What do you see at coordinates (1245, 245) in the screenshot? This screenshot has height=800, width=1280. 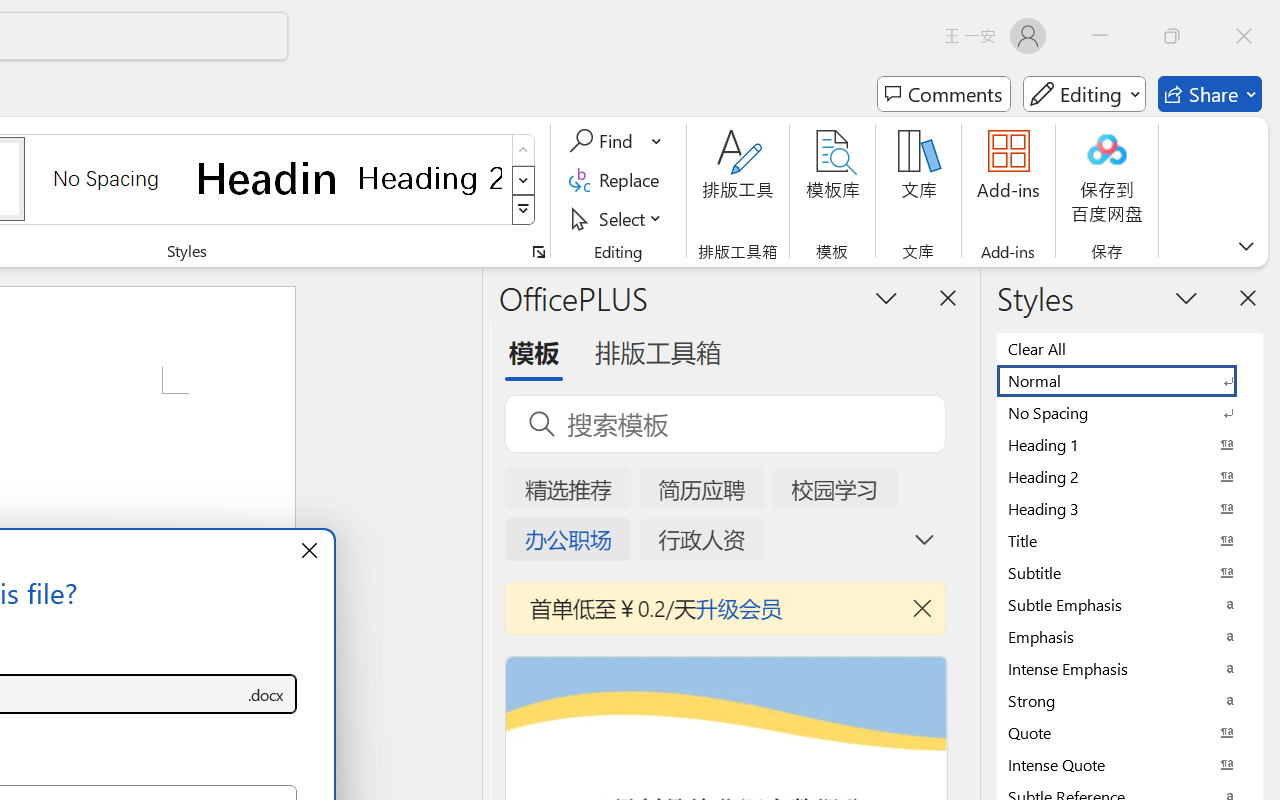 I see `'Ribbon Display Options'` at bounding box center [1245, 245].